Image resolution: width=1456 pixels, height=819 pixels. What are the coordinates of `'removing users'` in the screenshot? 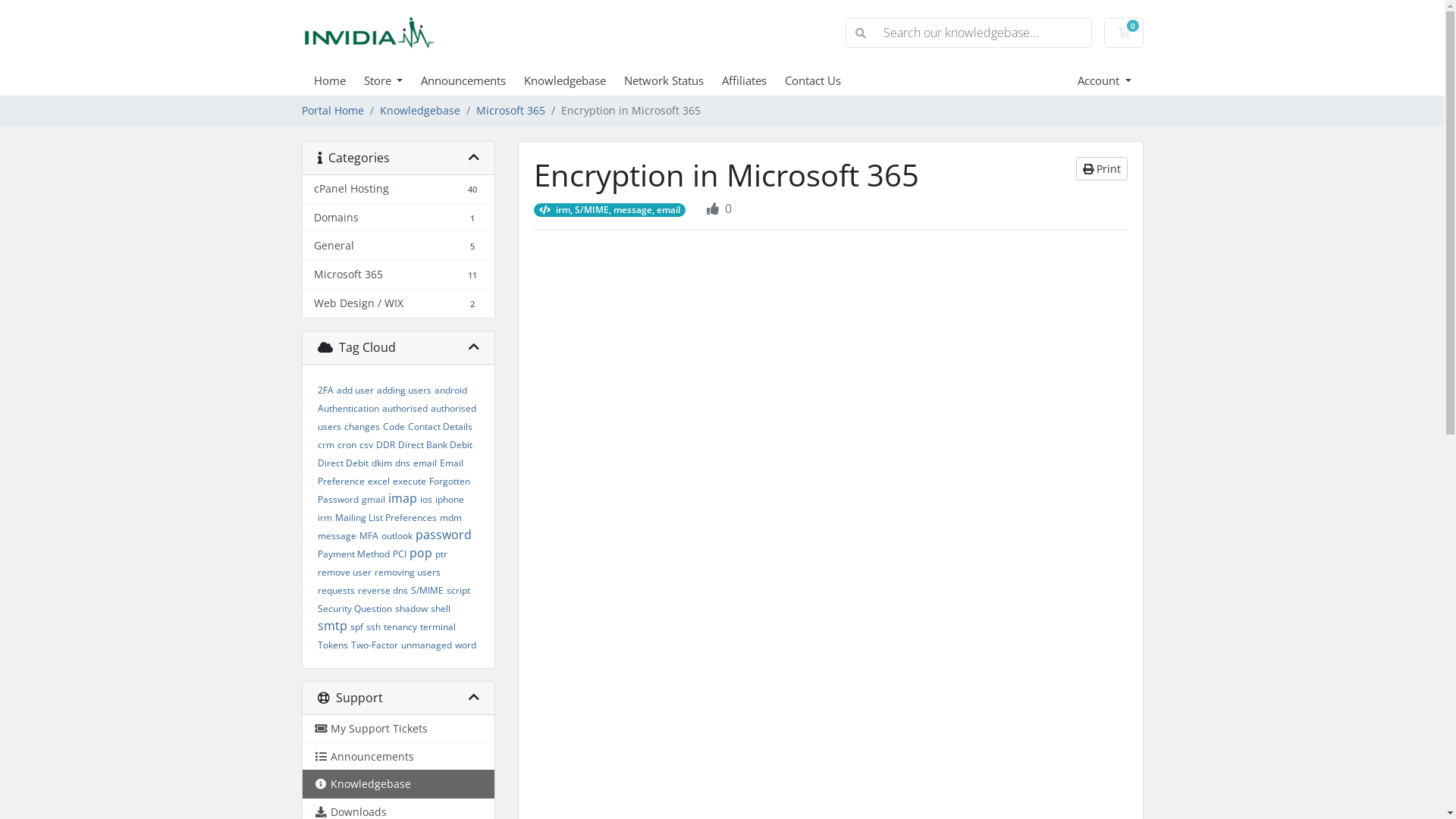 It's located at (407, 572).